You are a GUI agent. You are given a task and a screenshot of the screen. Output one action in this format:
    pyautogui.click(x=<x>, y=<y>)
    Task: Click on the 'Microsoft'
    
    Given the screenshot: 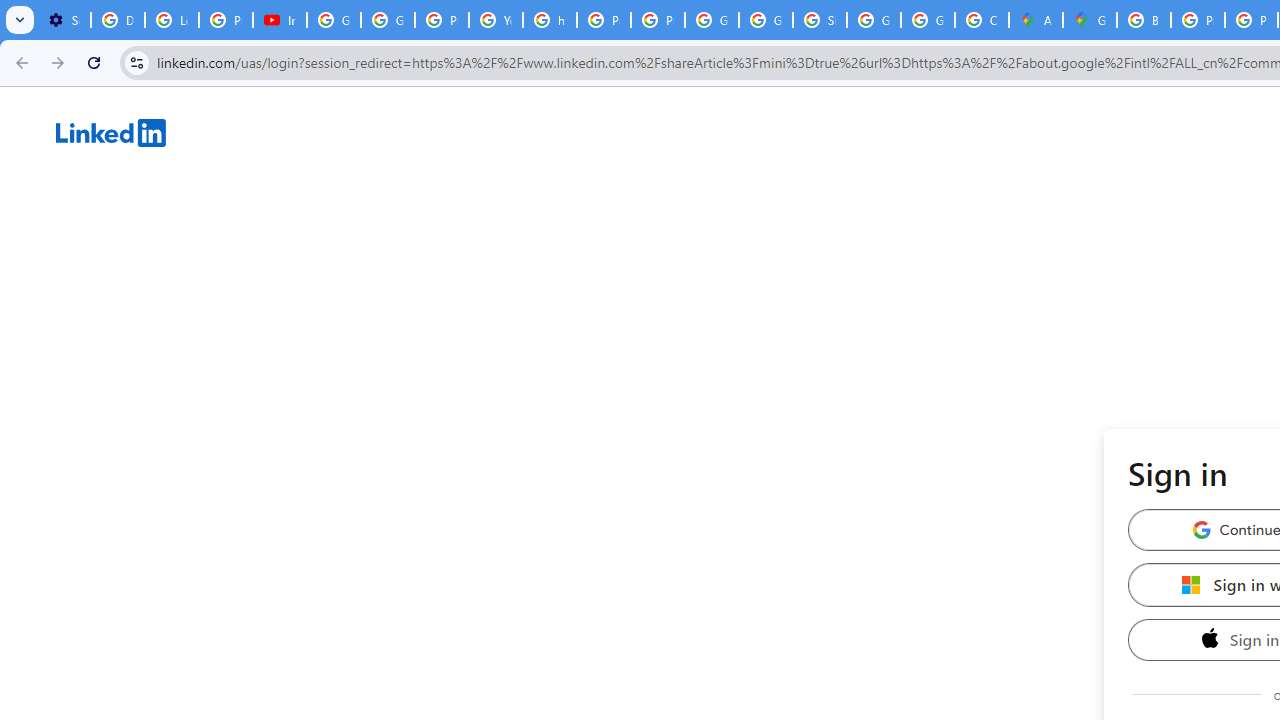 What is the action you would take?
    pyautogui.click(x=1191, y=584)
    